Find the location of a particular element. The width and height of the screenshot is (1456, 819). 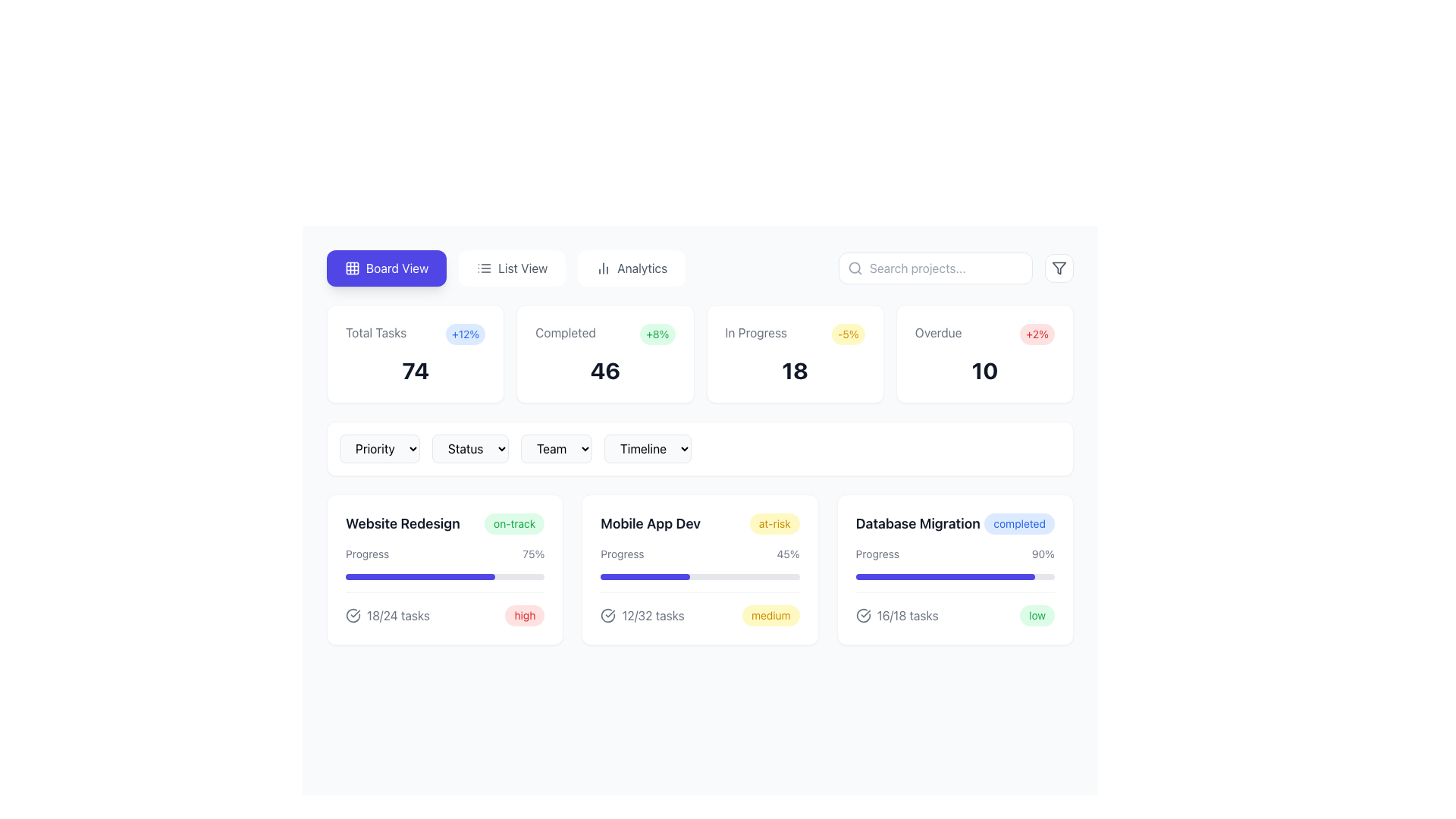

the text element displaying '75%' which is located next to the label 'Progress' in the progress information section of the 'Website Redesign' card is located at coordinates (533, 554).